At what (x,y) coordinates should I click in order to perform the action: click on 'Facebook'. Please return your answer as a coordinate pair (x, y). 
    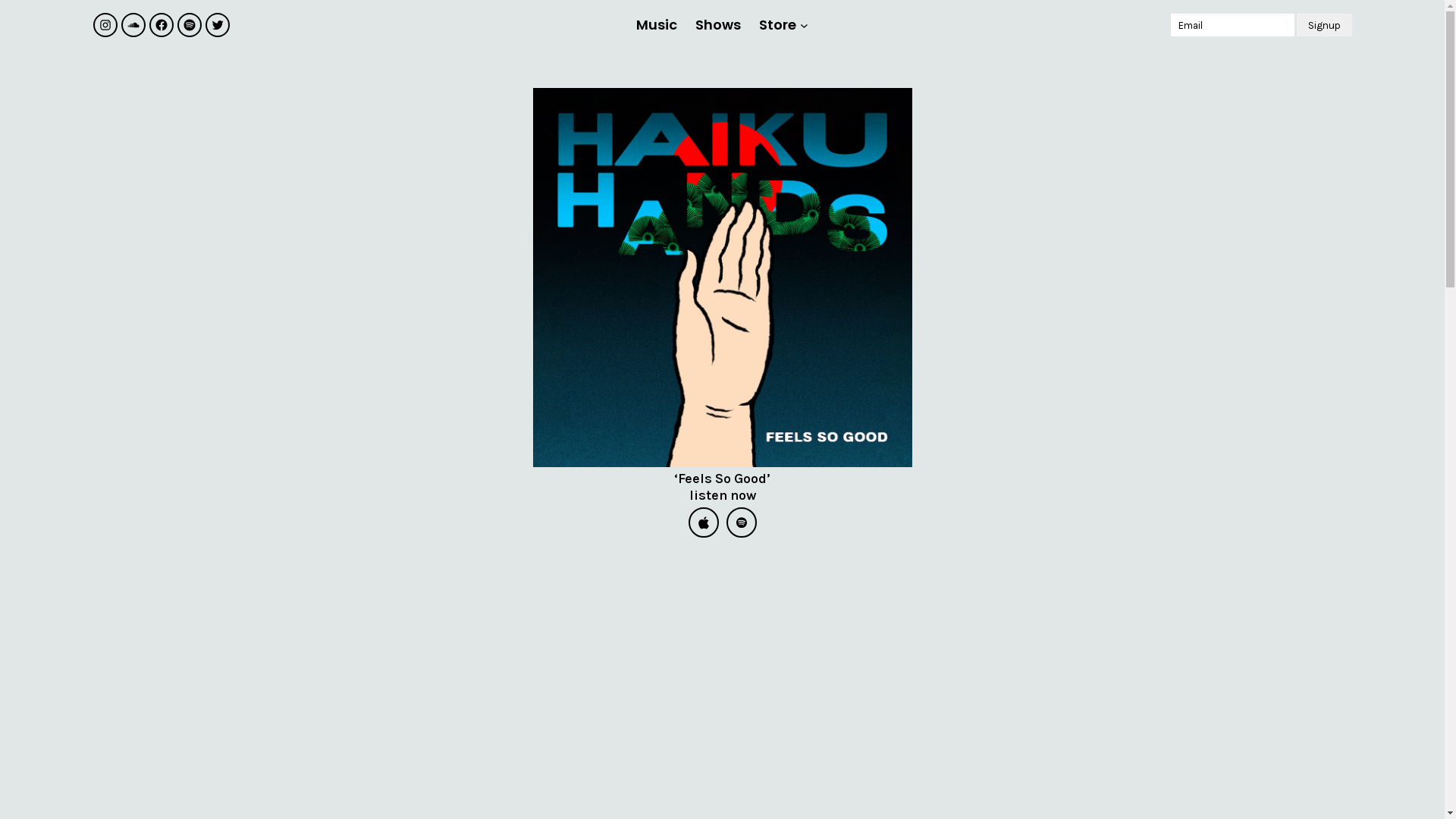
    Looking at the image, I should click on (160, 25).